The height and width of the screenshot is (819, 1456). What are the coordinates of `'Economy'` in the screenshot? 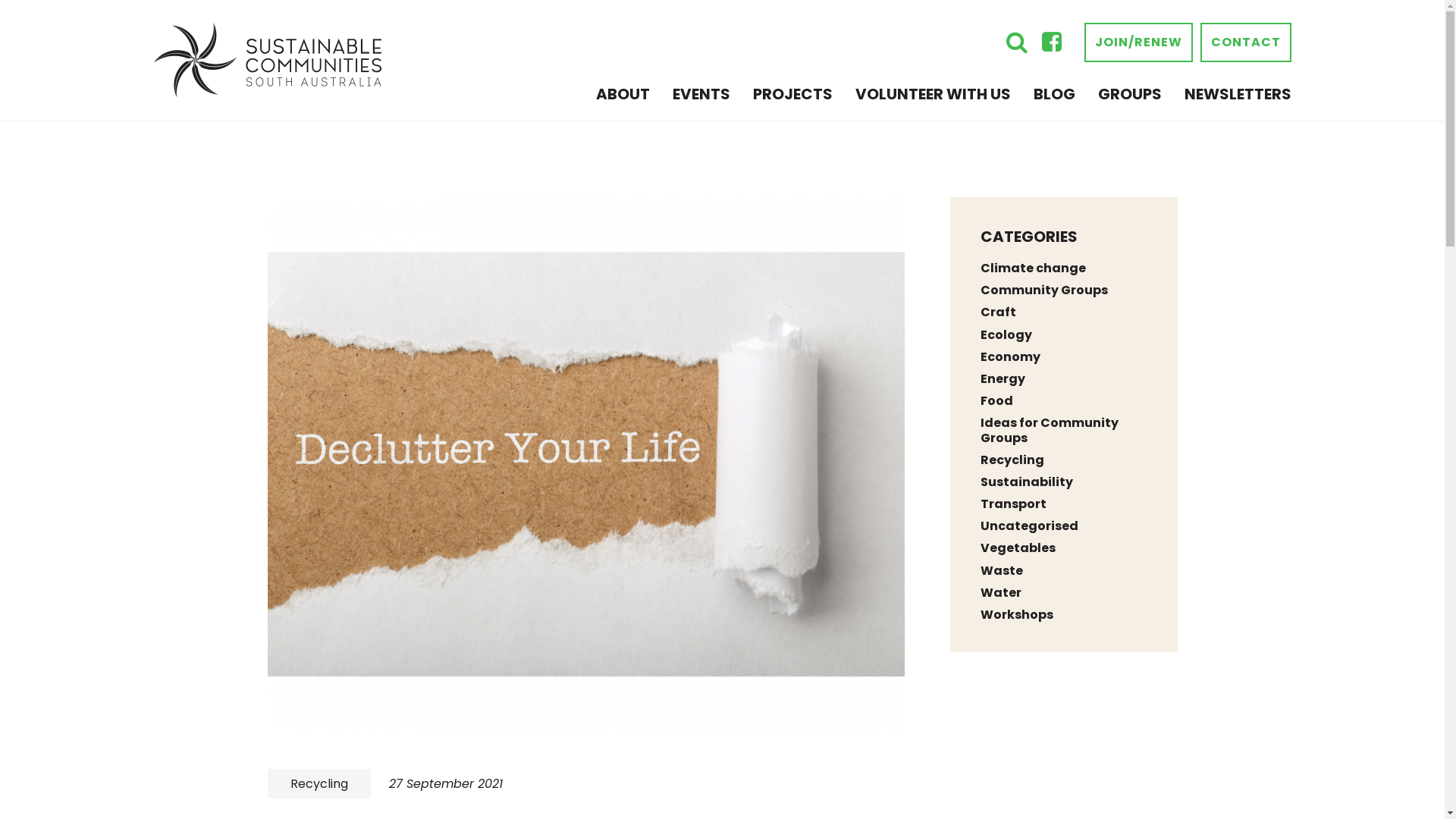 It's located at (1009, 356).